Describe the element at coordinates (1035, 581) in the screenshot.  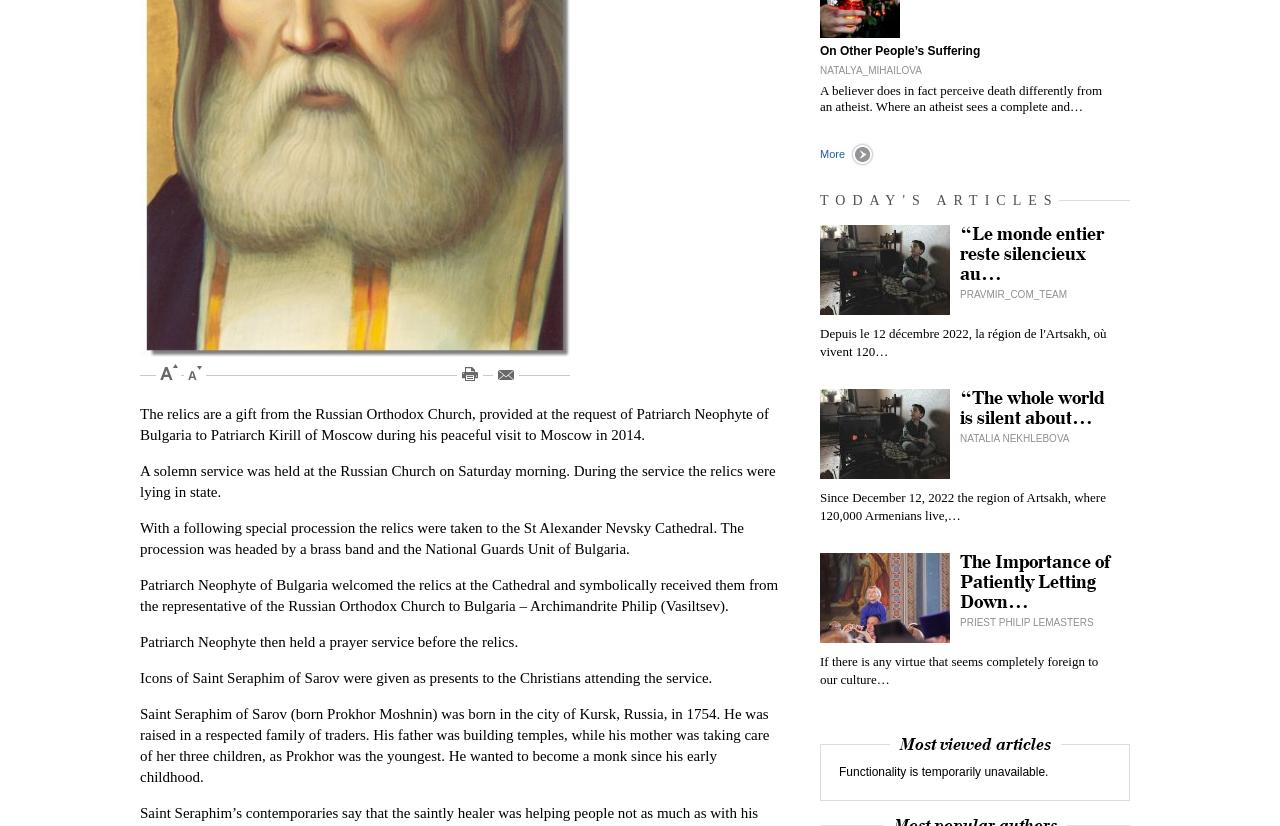
I see `'The Importance of Patiently Letting Down…'` at that location.